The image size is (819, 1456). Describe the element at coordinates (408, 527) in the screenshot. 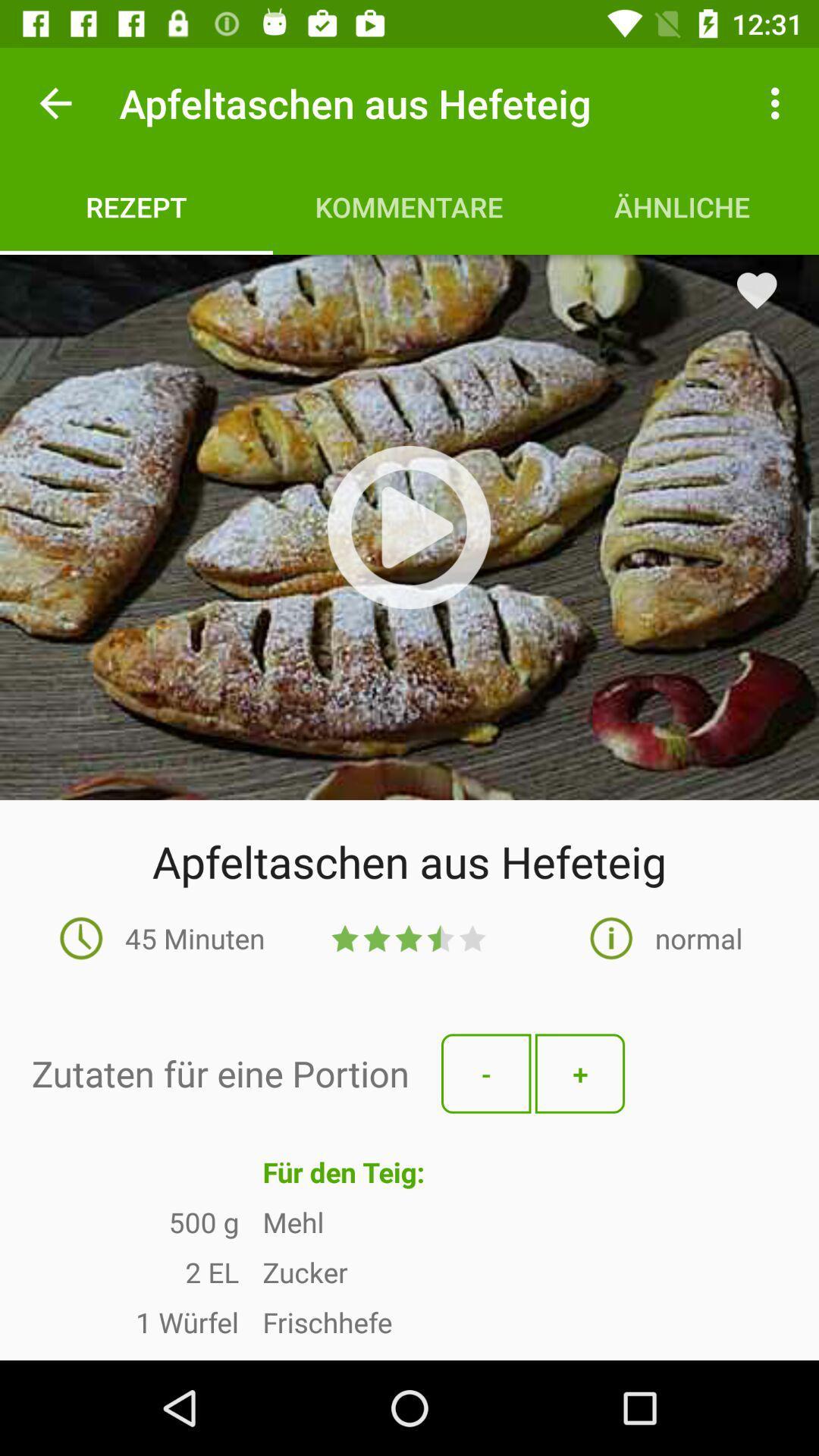

I see `paly button` at that location.